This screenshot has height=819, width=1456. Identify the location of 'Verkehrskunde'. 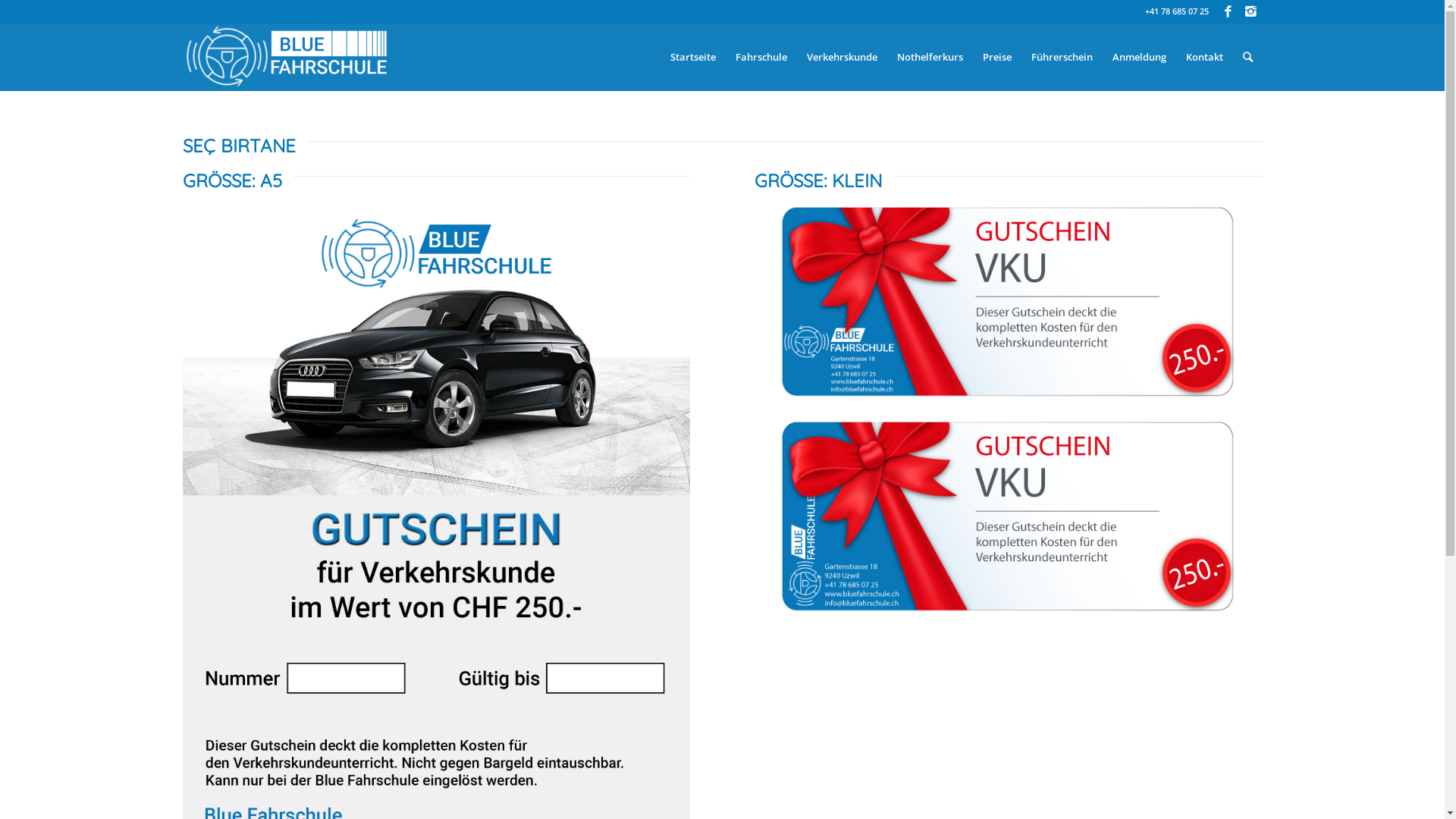
(795, 55).